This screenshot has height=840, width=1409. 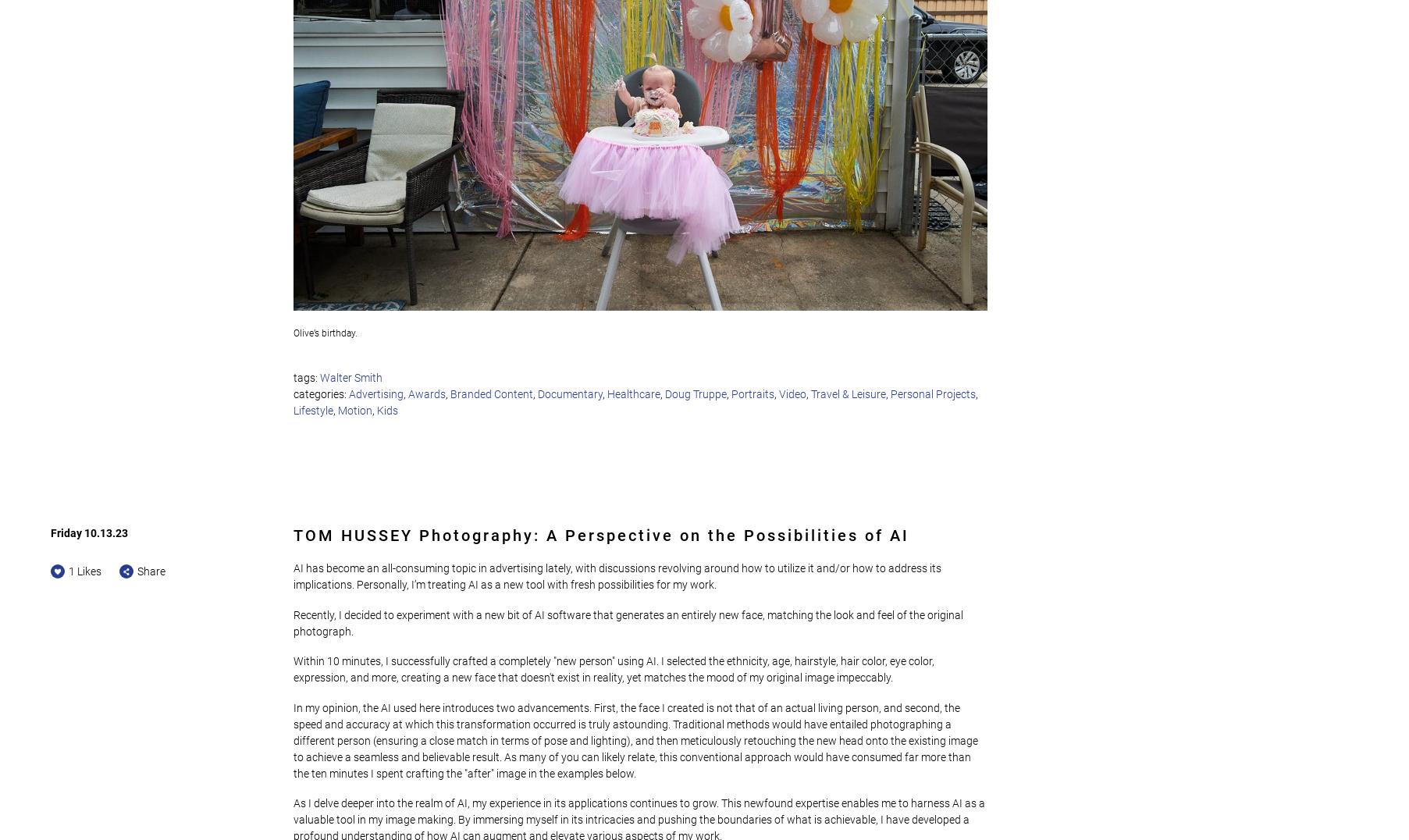 I want to click on 'Portraits', so click(x=753, y=393).